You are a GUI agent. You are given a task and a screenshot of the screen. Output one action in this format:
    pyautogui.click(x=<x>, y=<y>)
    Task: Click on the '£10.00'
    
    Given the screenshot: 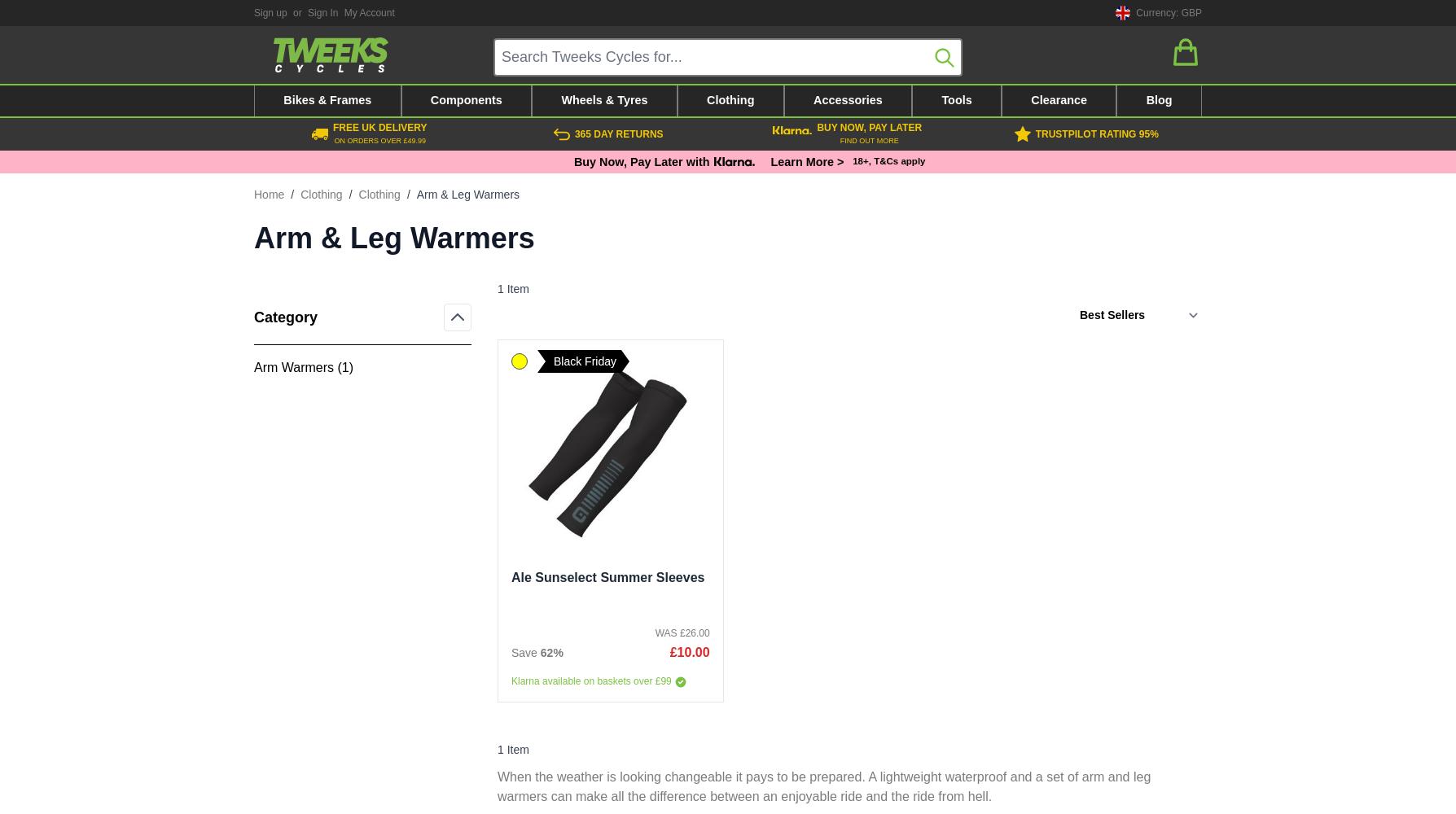 What is the action you would take?
    pyautogui.click(x=688, y=651)
    